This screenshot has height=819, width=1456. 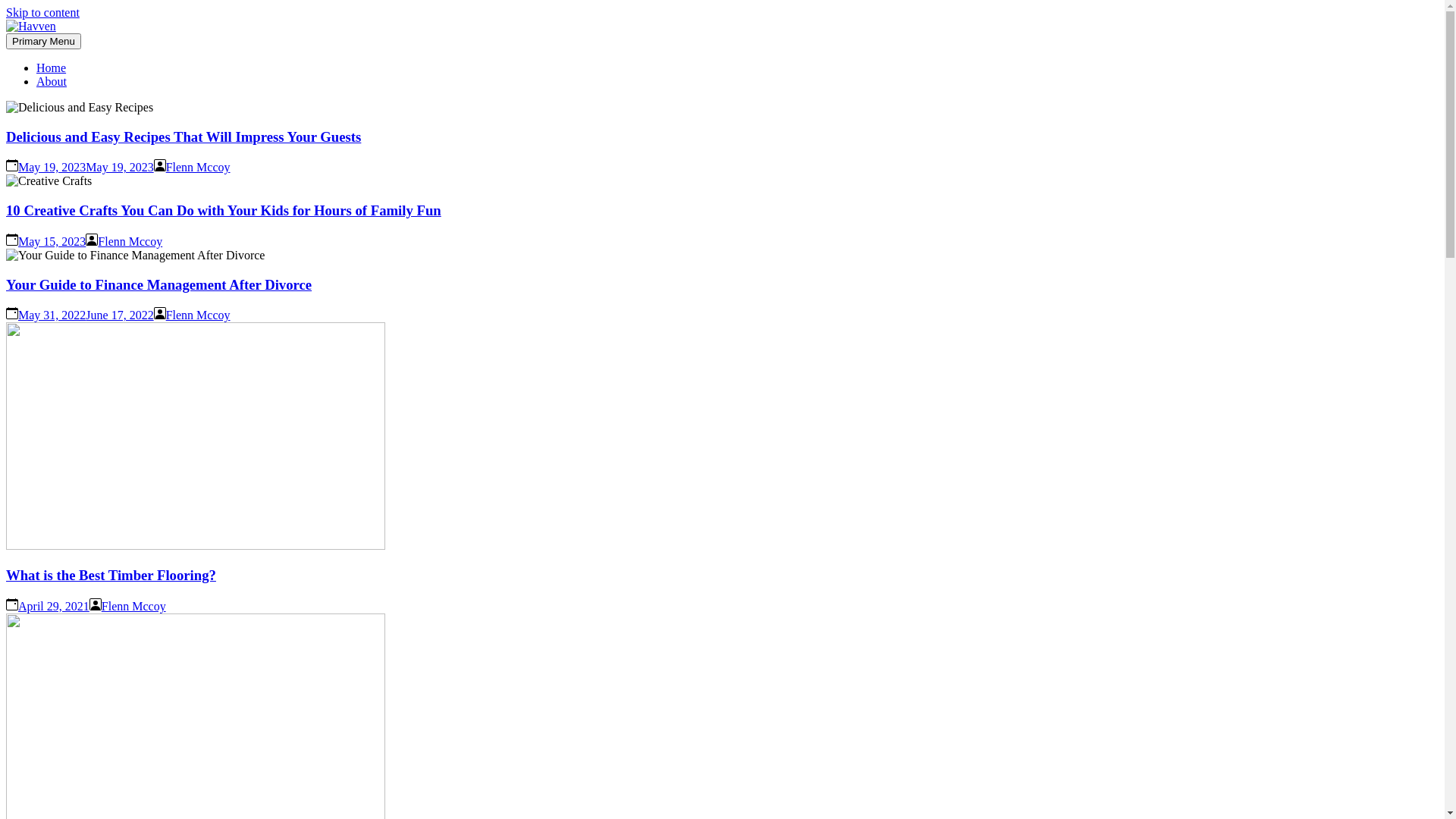 I want to click on 'About', so click(x=51, y=81).